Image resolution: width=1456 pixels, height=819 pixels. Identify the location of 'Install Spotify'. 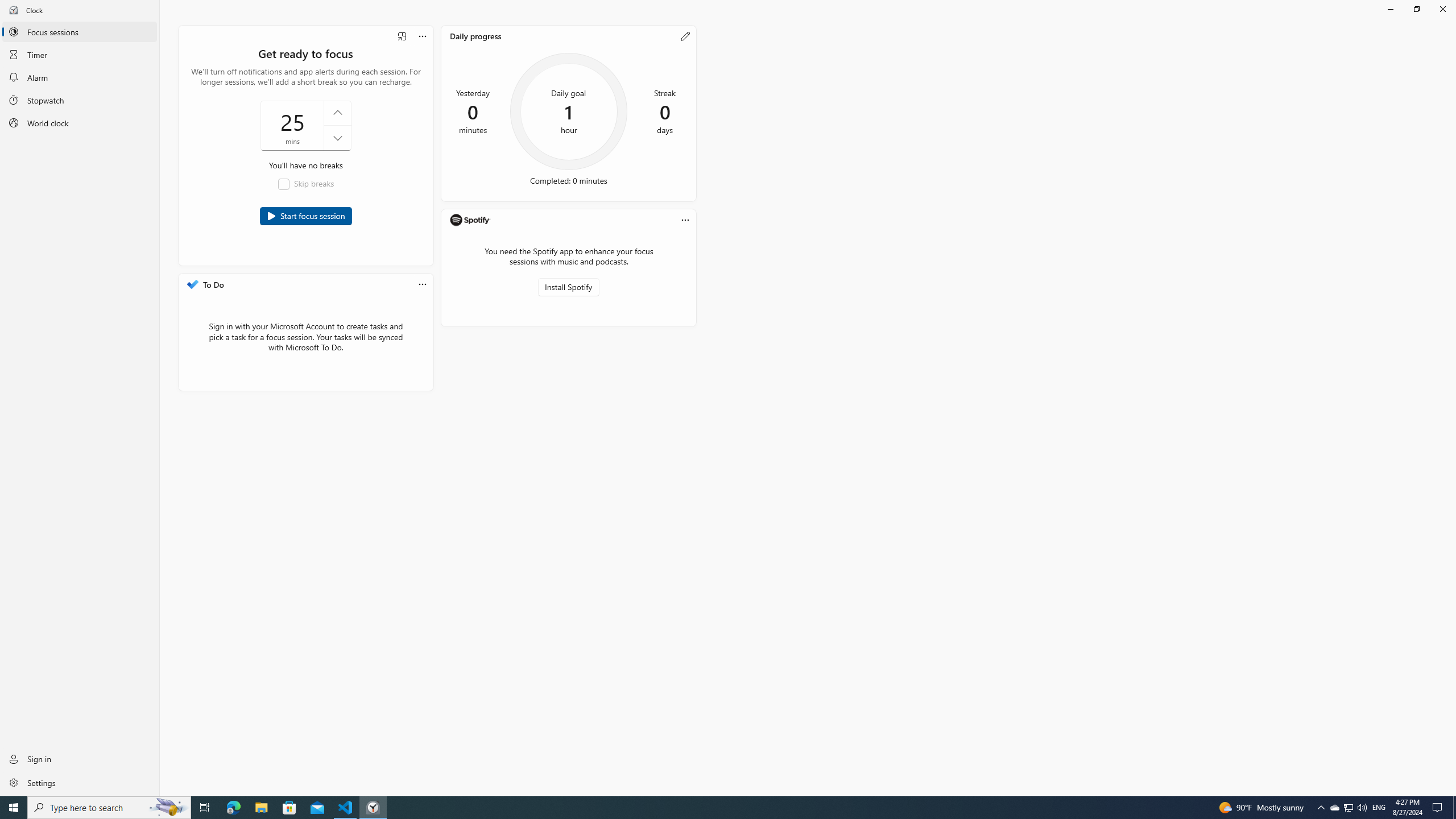
(568, 287).